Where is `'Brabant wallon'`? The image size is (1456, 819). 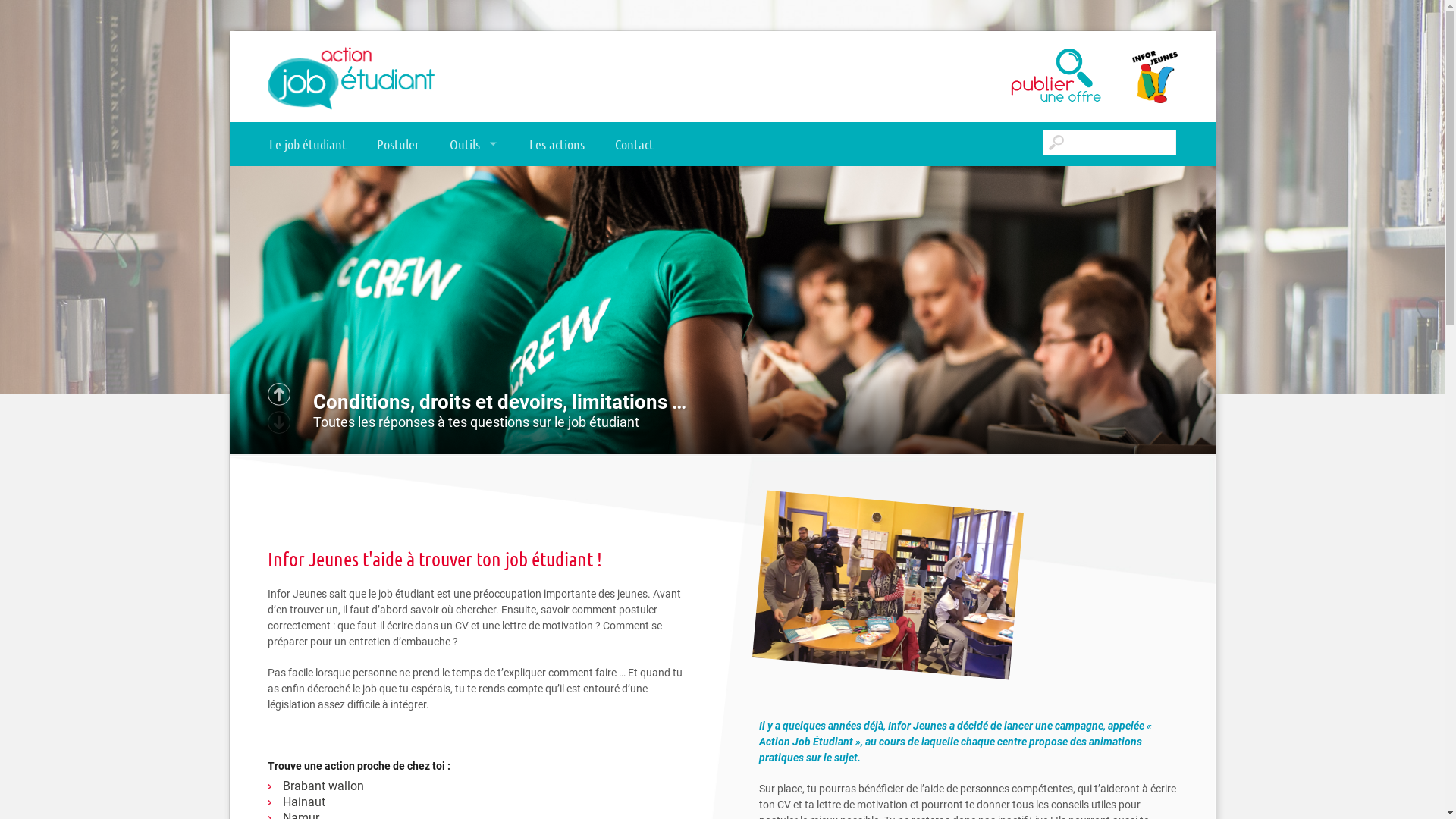
'Brabant wallon' is located at coordinates (319, 785).